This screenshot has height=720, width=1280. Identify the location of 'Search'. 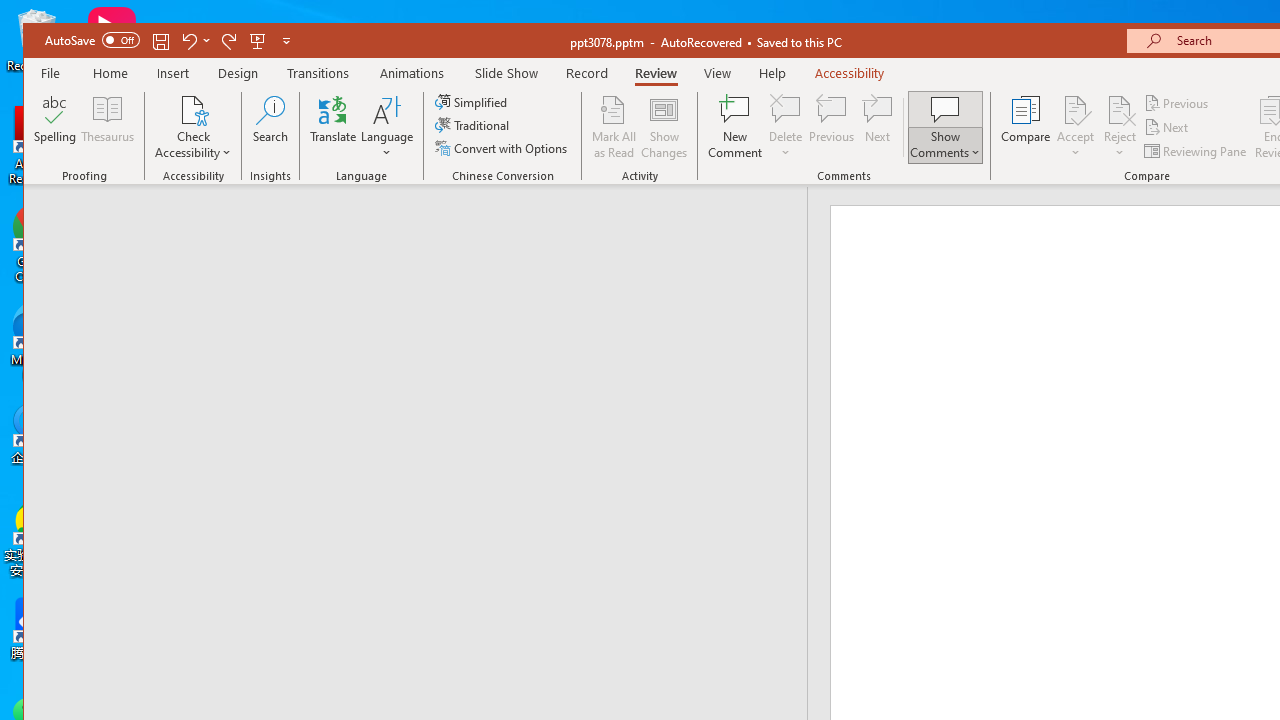
(269, 127).